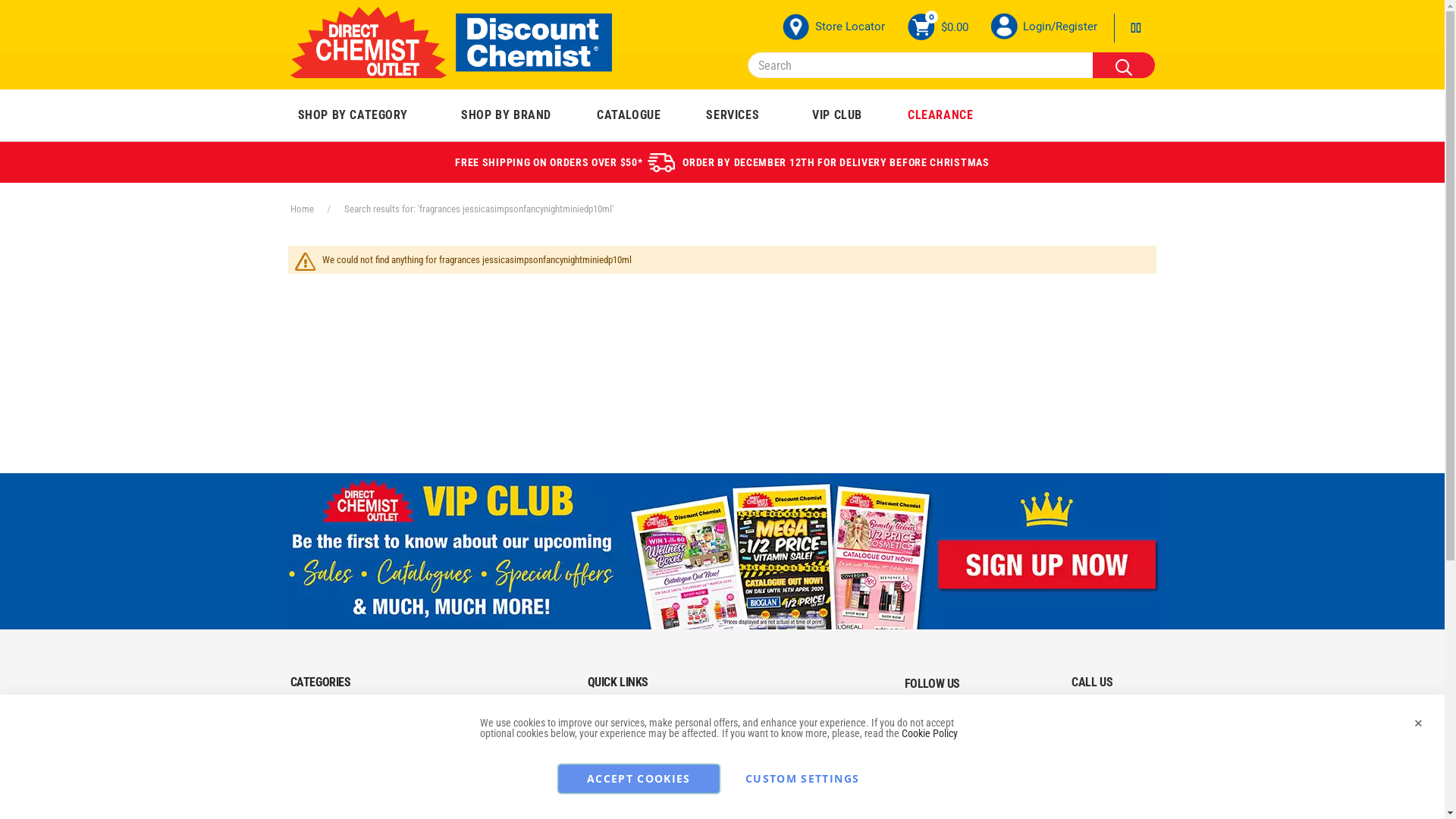 Image resolution: width=1456 pixels, height=819 pixels. What do you see at coordinates (607, 742) in the screenshot?
I see `'Contact Us'` at bounding box center [607, 742].